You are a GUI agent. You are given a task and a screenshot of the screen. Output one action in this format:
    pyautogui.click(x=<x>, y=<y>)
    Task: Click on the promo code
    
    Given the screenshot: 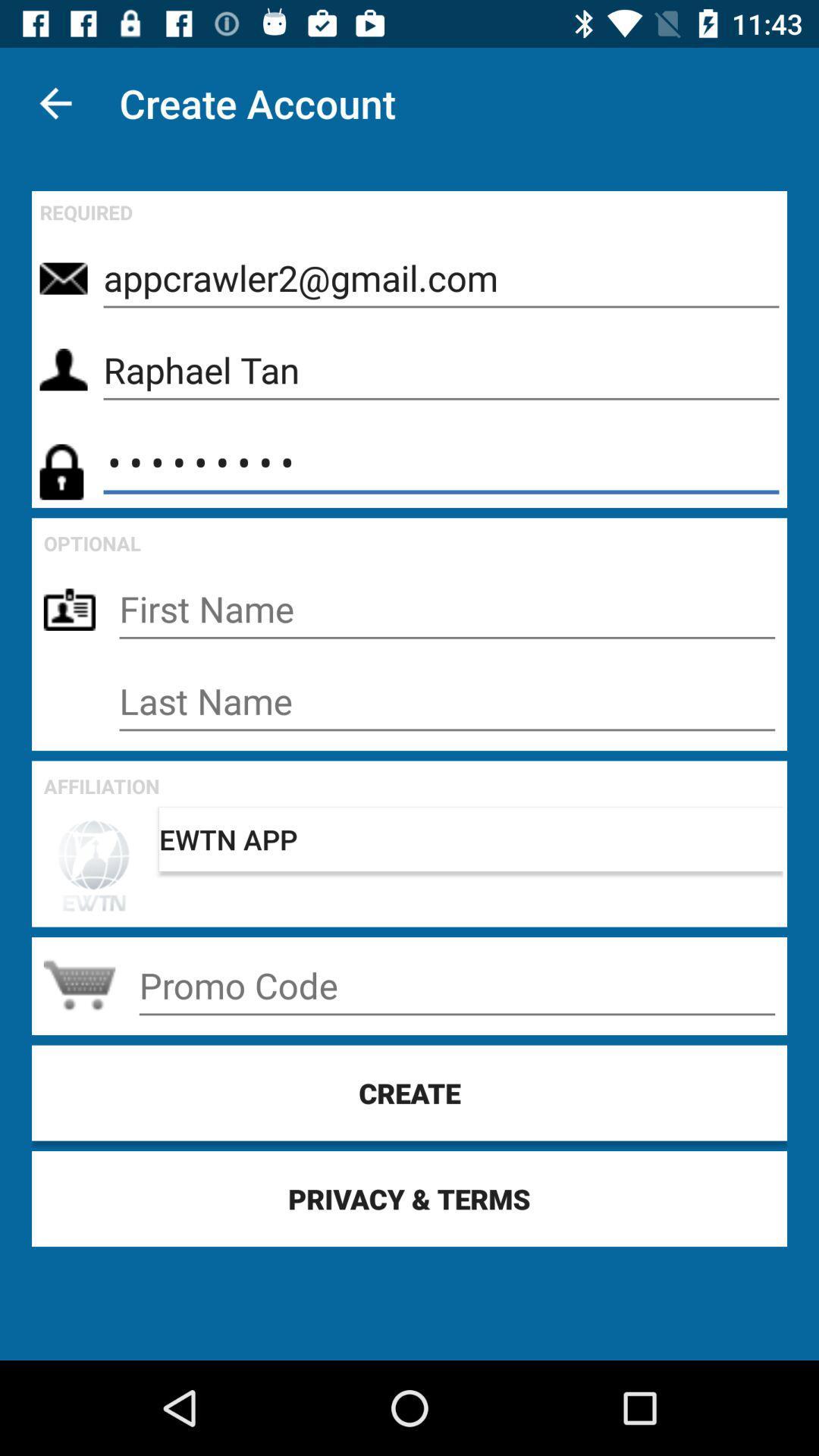 What is the action you would take?
    pyautogui.click(x=456, y=986)
    